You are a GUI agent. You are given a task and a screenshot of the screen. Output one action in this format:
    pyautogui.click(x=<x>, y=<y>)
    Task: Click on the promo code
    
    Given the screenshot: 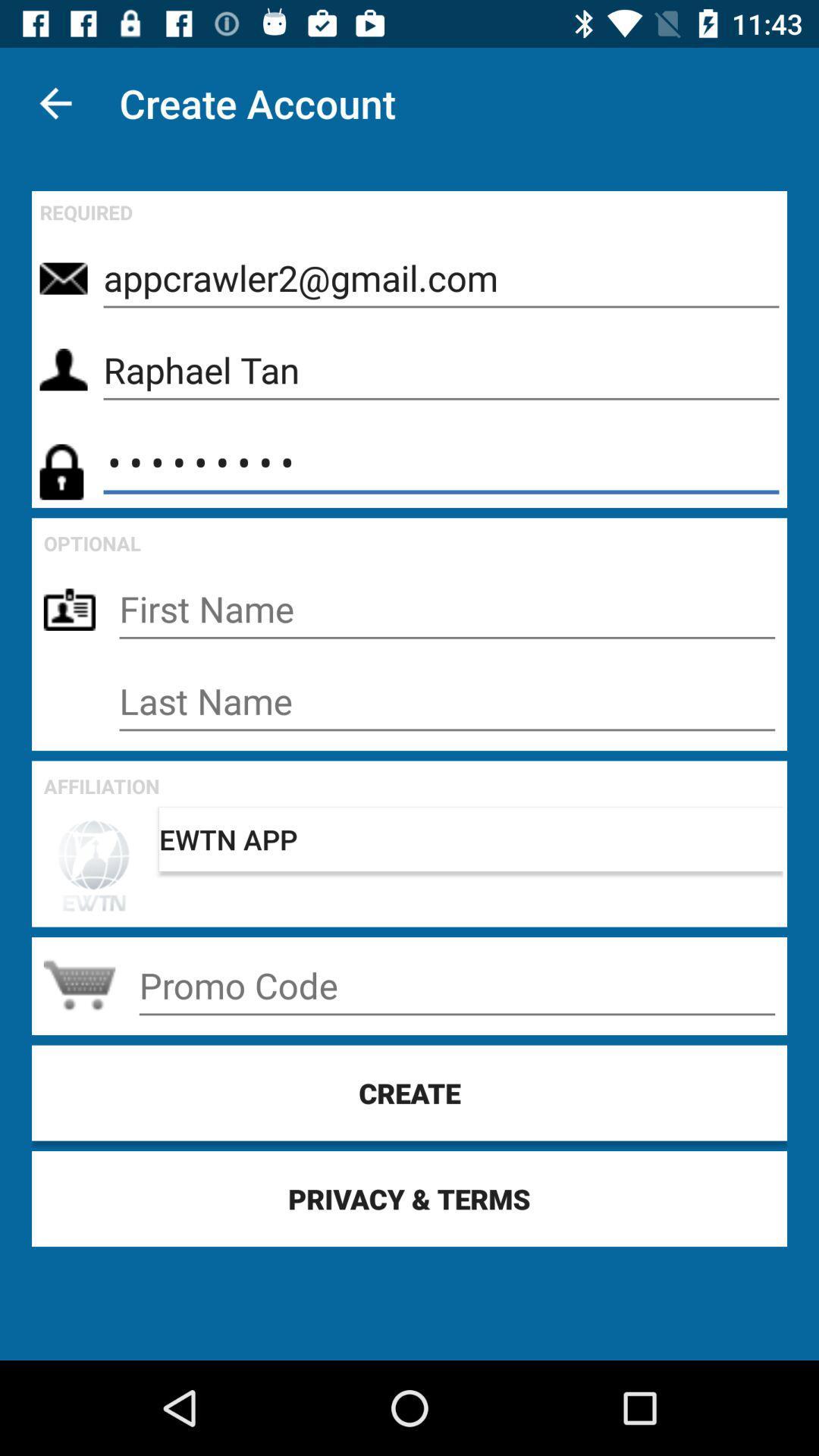 What is the action you would take?
    pyautogui.click(x=456, y=986)
    